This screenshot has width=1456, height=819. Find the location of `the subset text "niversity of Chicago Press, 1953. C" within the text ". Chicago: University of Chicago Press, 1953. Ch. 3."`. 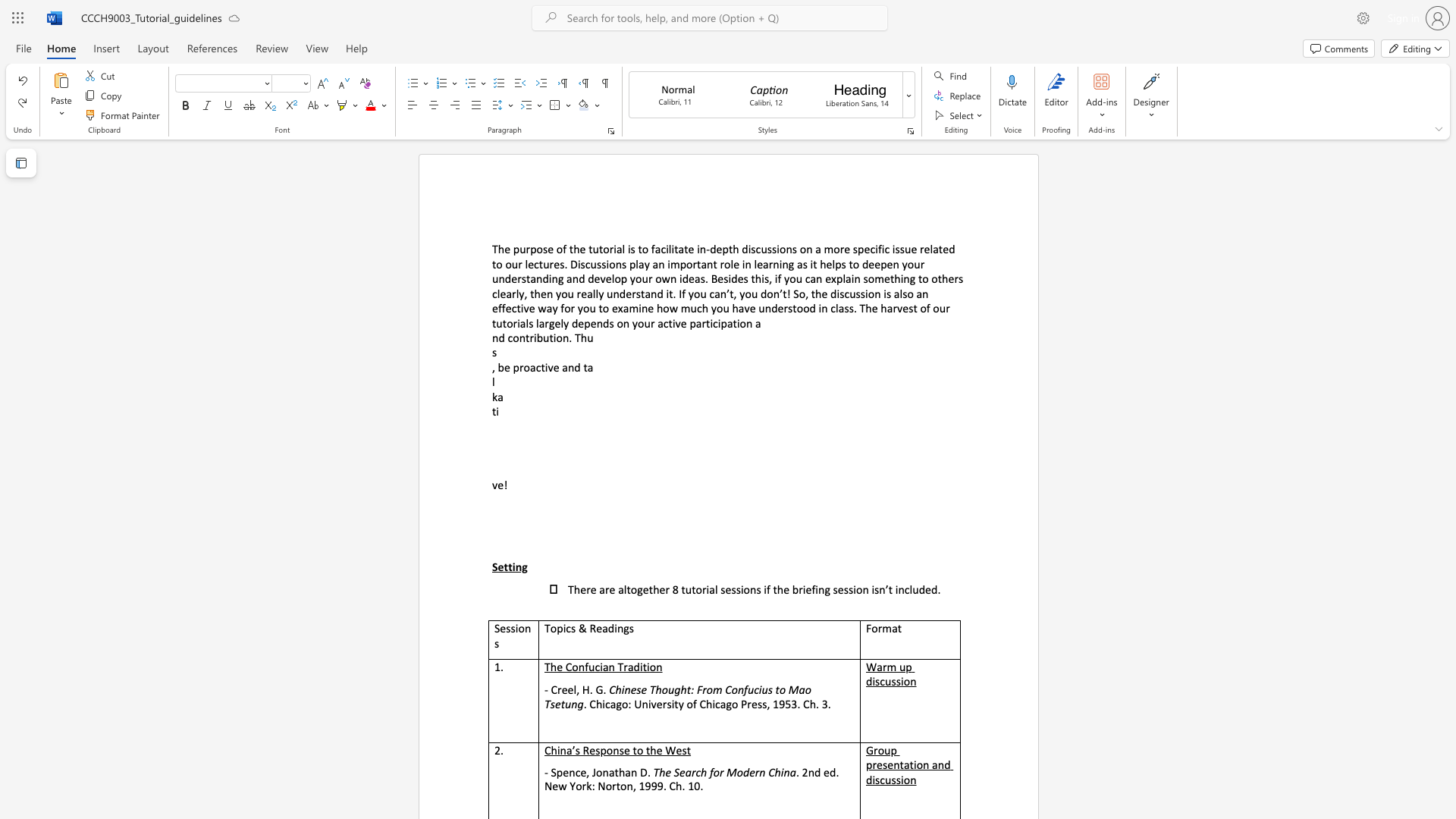

the subset text "niversity of Chicago Press, 1953. C" within the text ". Chicago: University of Chicago Press, 1953. Ch. 3." is located at coordinates (642, 704).